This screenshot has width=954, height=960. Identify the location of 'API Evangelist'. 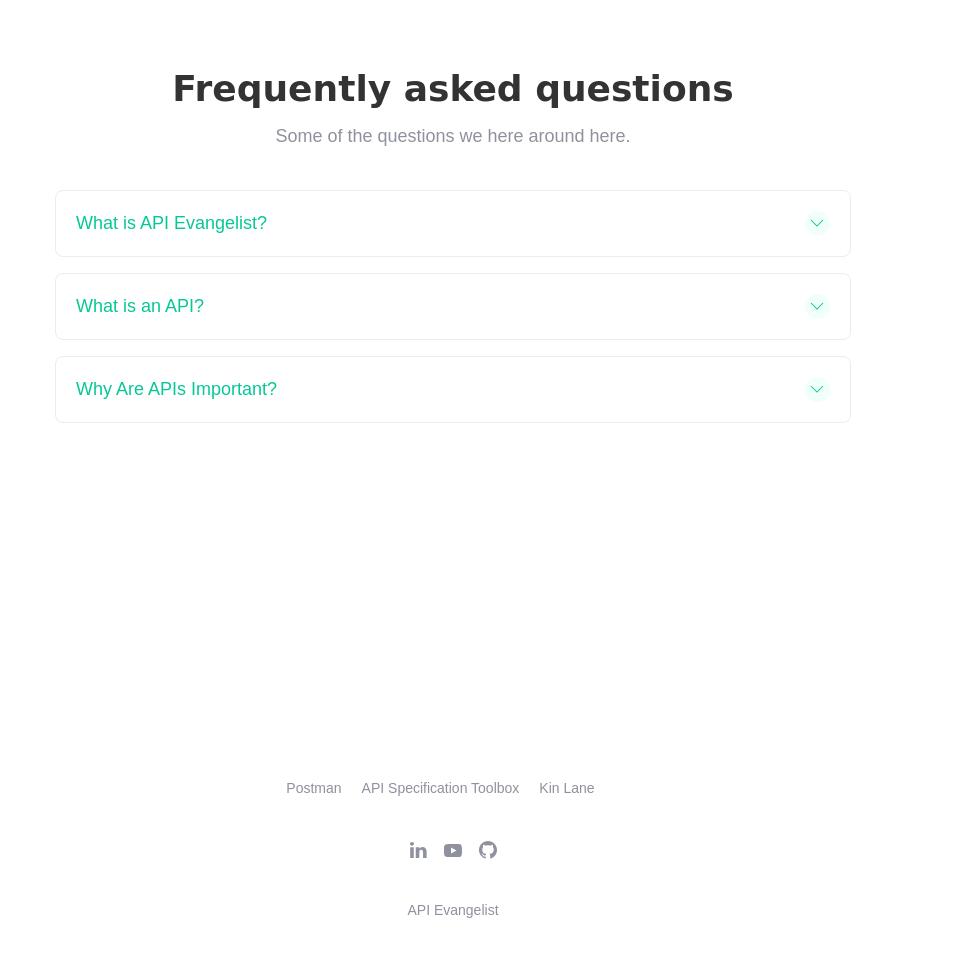
(452, 909).